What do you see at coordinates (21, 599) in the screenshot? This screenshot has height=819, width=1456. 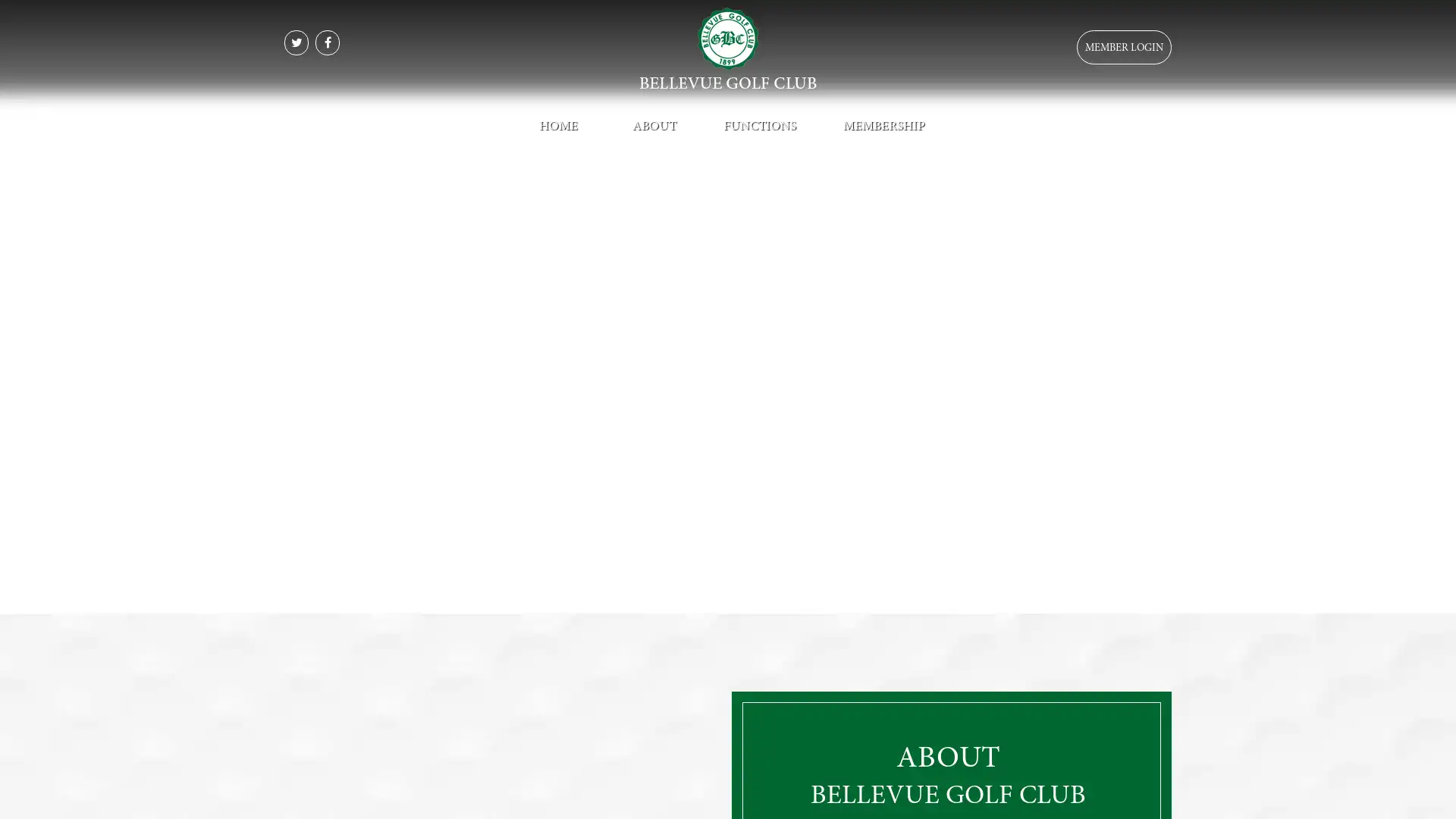 I see `Pause` at bounding box center [21, 599].